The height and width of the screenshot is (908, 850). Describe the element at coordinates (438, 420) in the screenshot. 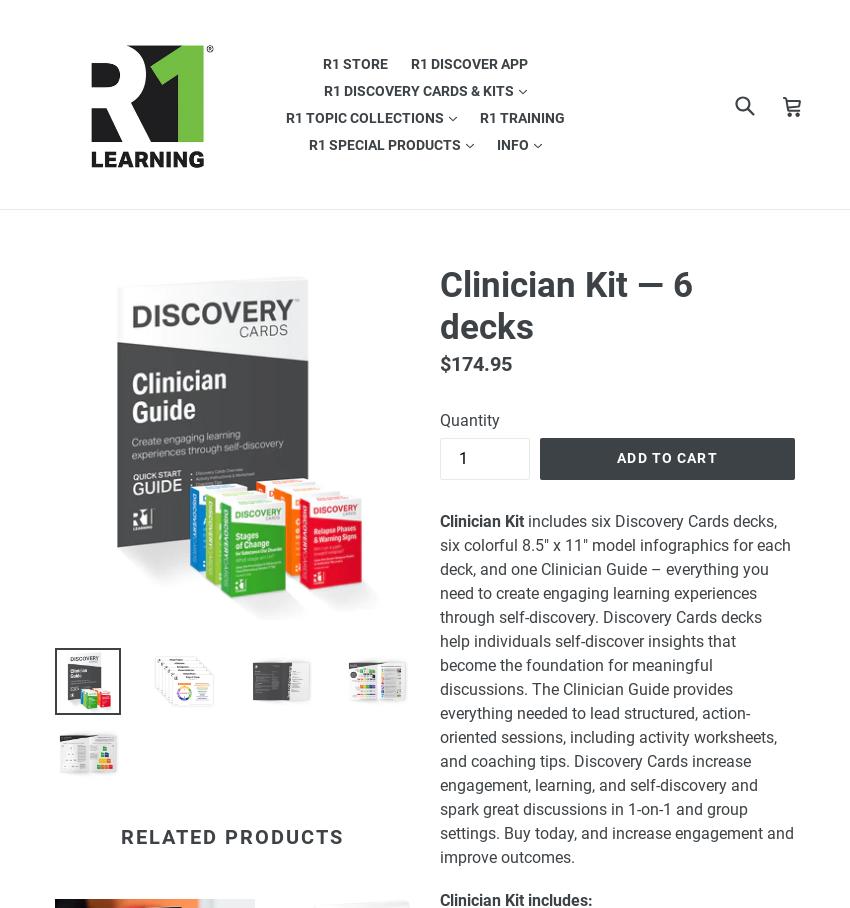

I see `'Quantity'` at that location.